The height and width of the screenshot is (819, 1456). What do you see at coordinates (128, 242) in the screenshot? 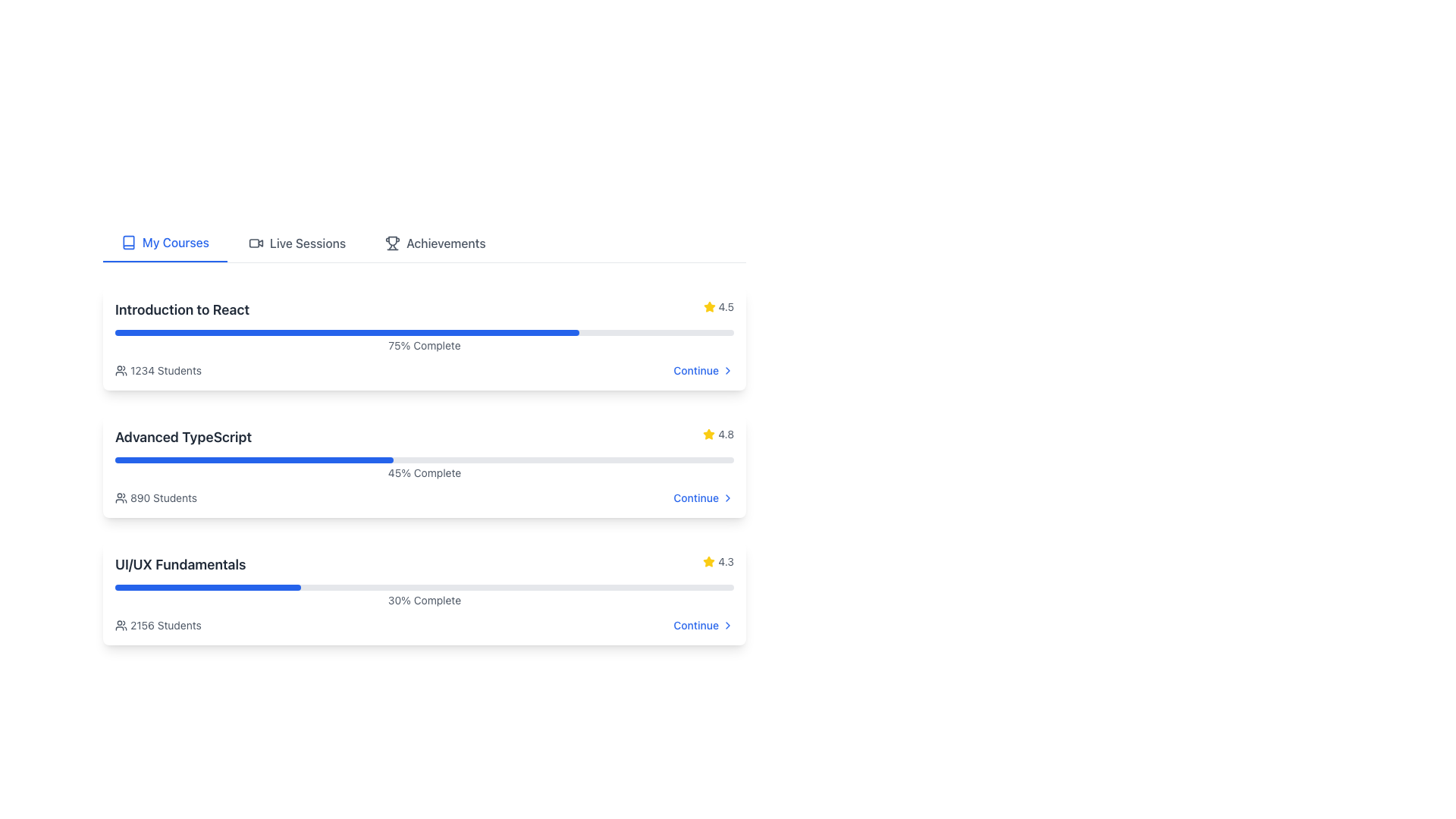
I see `the 'My Courses' icon located in the top menu section` at bounding box center [128, 242].